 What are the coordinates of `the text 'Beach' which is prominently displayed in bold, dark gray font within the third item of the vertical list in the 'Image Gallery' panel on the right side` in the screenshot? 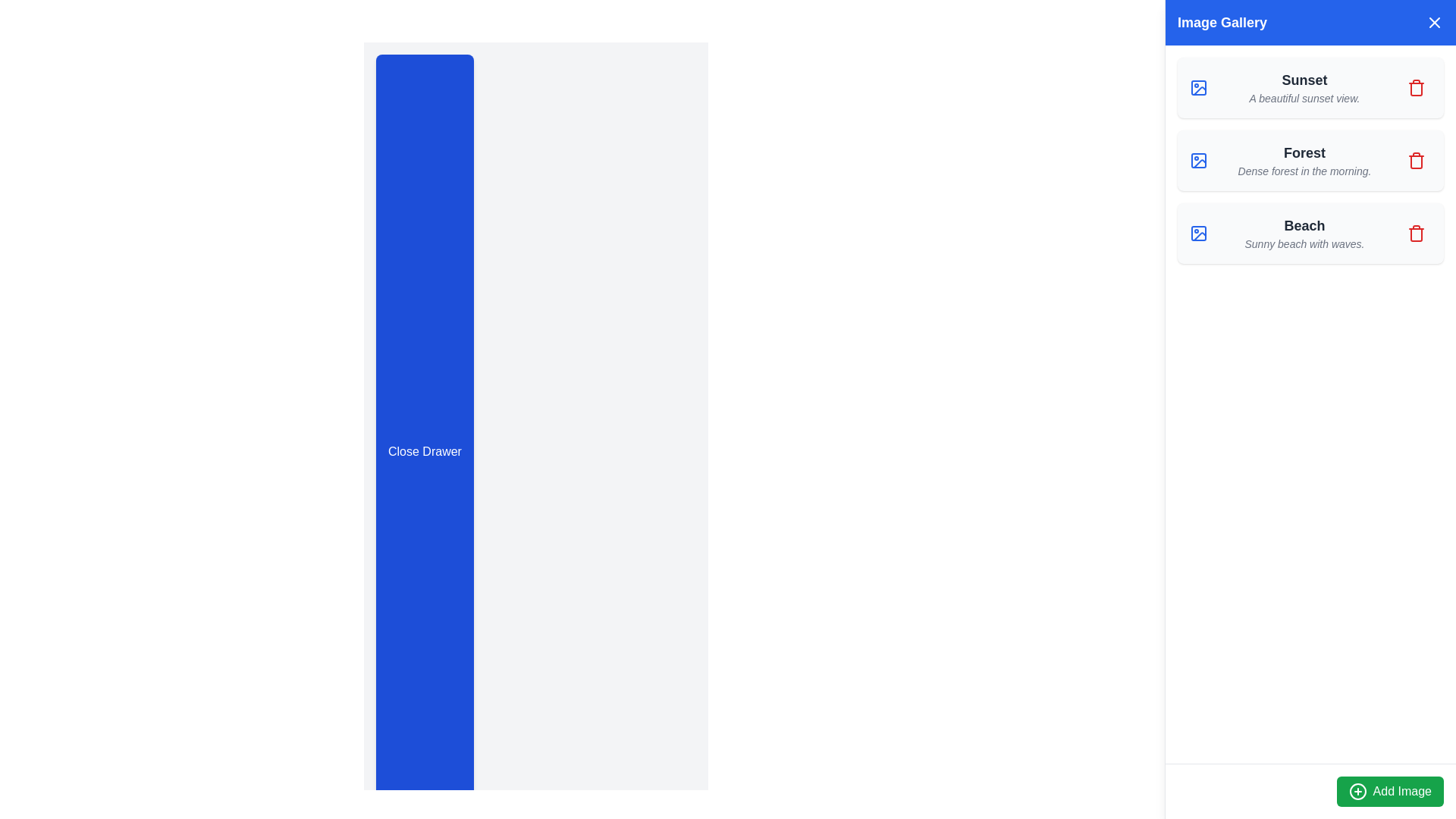 It's located at (1304, 225).